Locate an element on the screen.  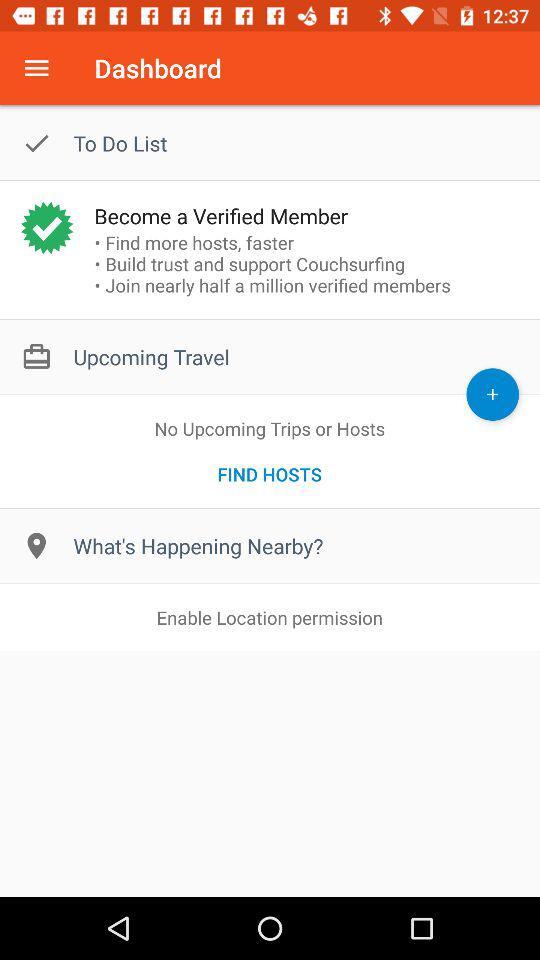
menu is located at coordinates (36, 68).